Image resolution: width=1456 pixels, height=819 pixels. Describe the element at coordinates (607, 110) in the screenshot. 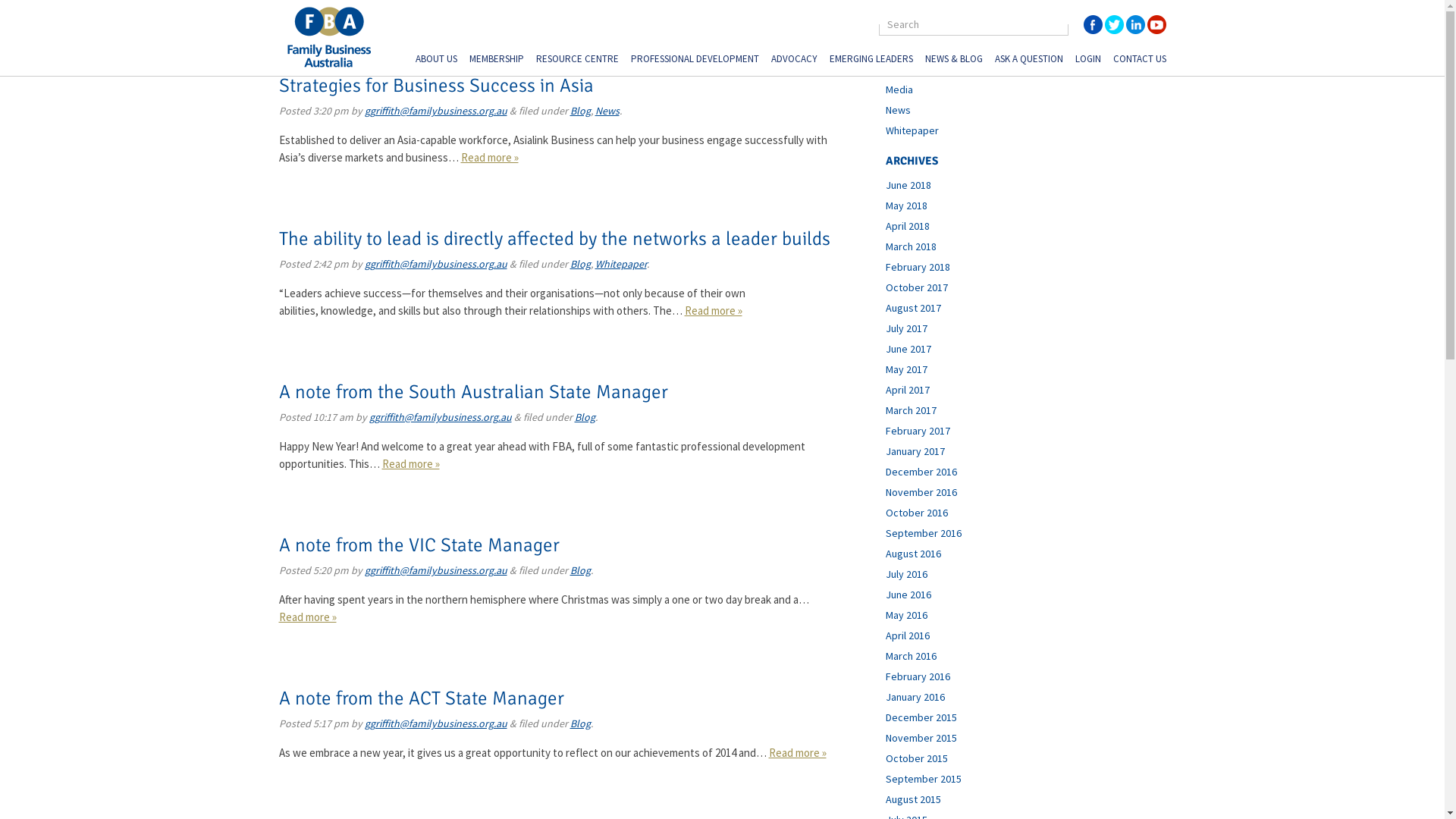

I see `'News'` at that location.